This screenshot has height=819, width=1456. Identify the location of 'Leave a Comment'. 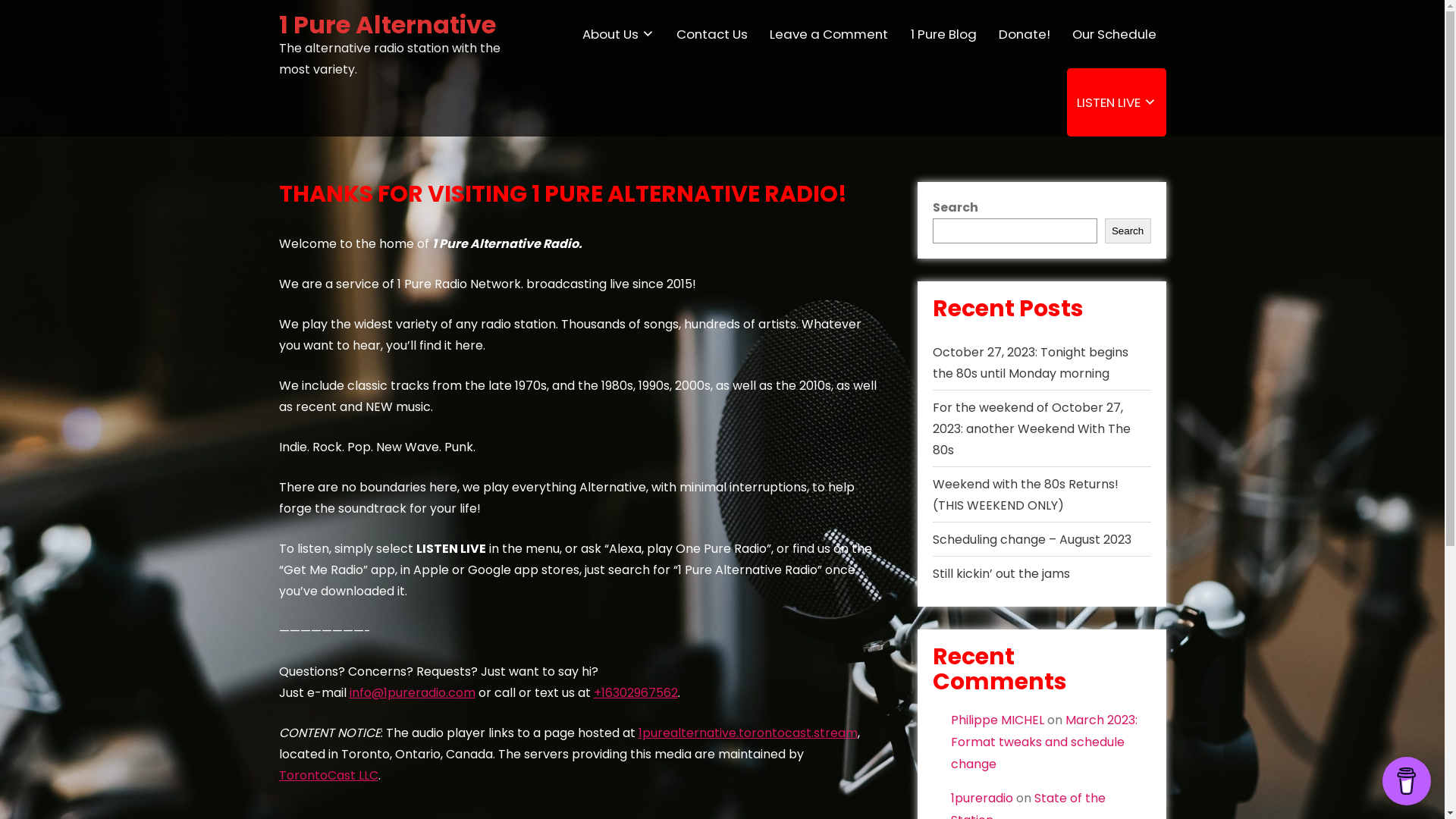
(828, 34).